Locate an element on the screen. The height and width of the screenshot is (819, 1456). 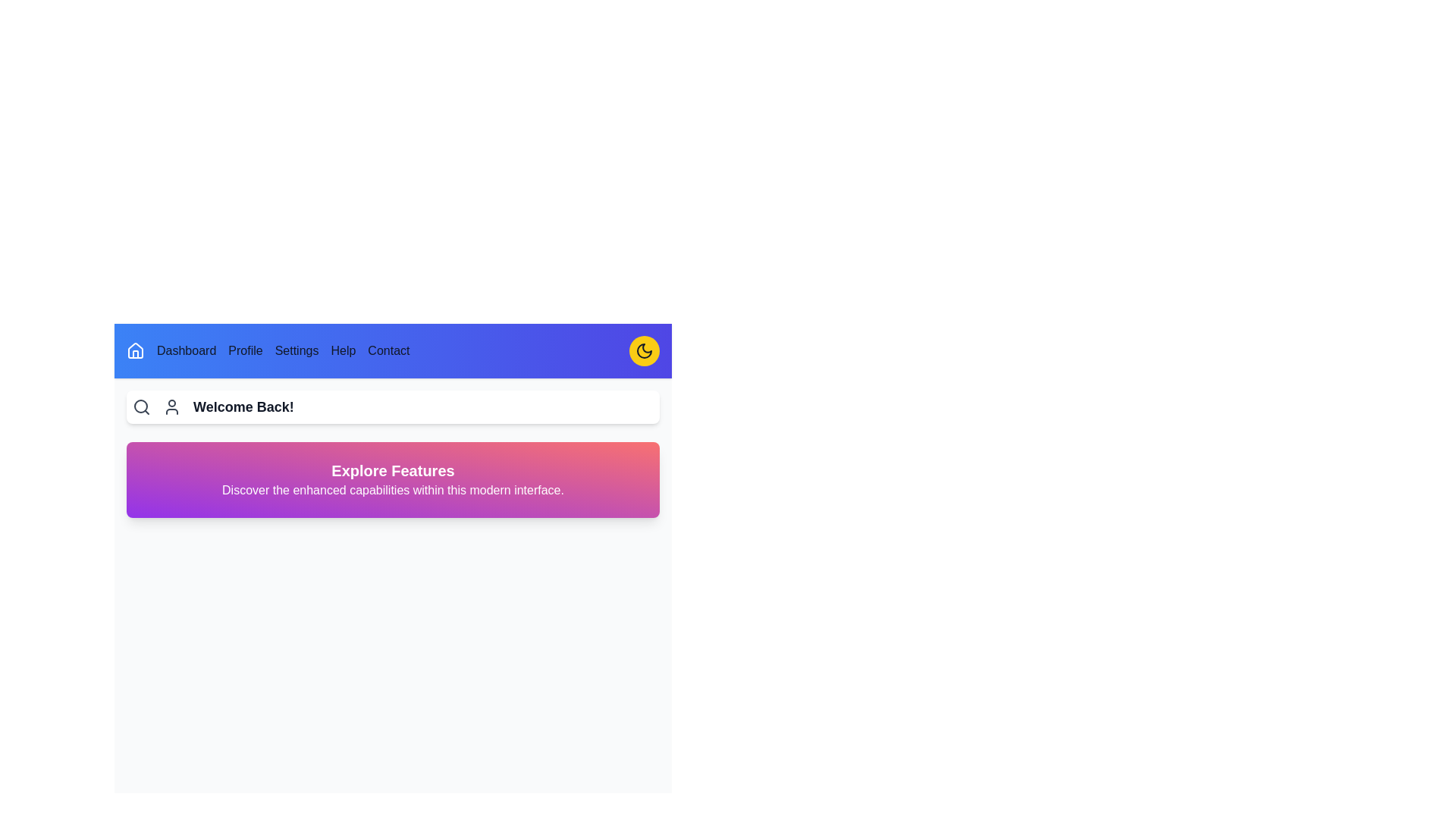
the navigation menu item Contact is located at coordinates (389, 350).